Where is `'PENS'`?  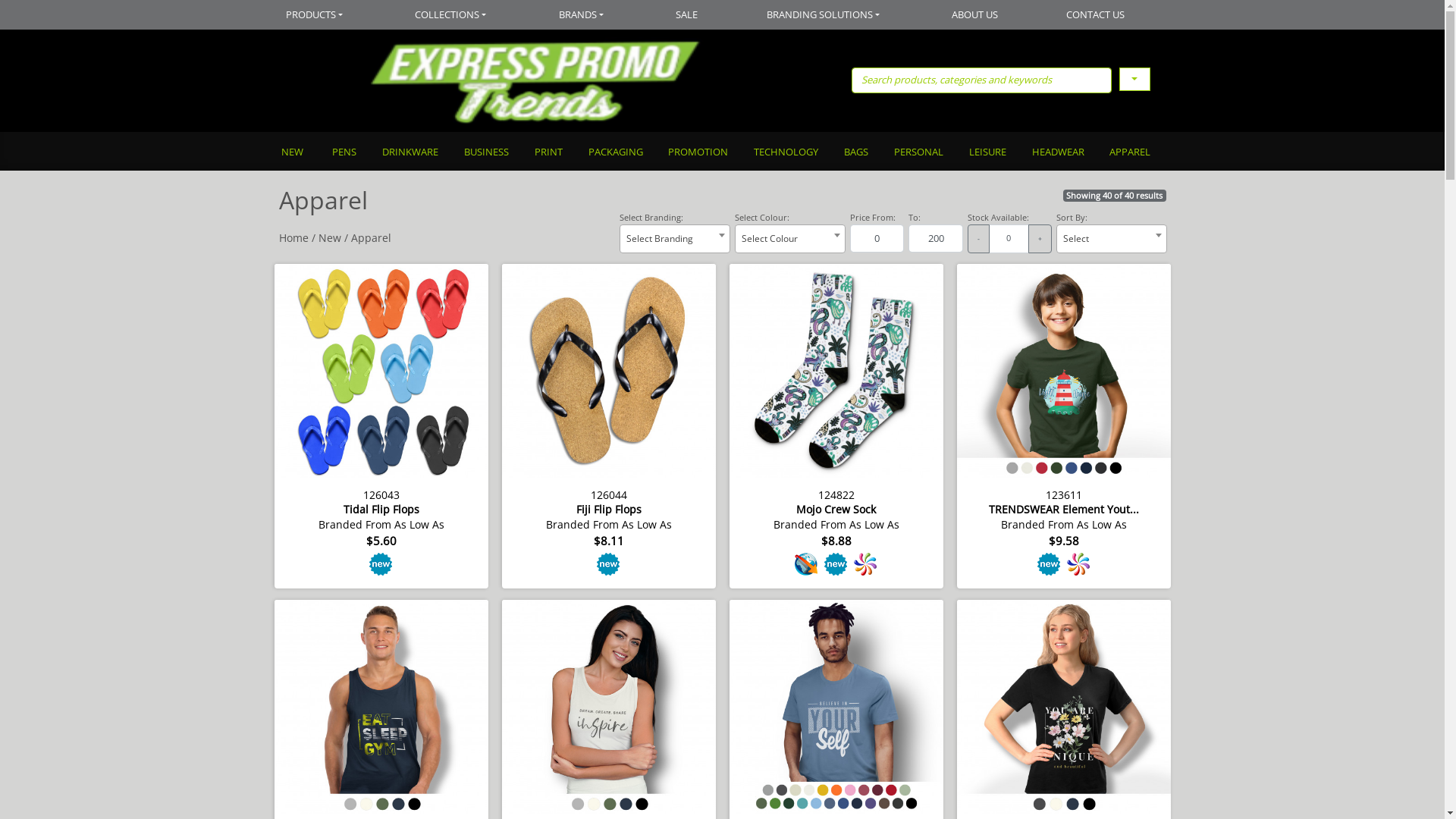 'PENS' is located at coordinates (318, 152).